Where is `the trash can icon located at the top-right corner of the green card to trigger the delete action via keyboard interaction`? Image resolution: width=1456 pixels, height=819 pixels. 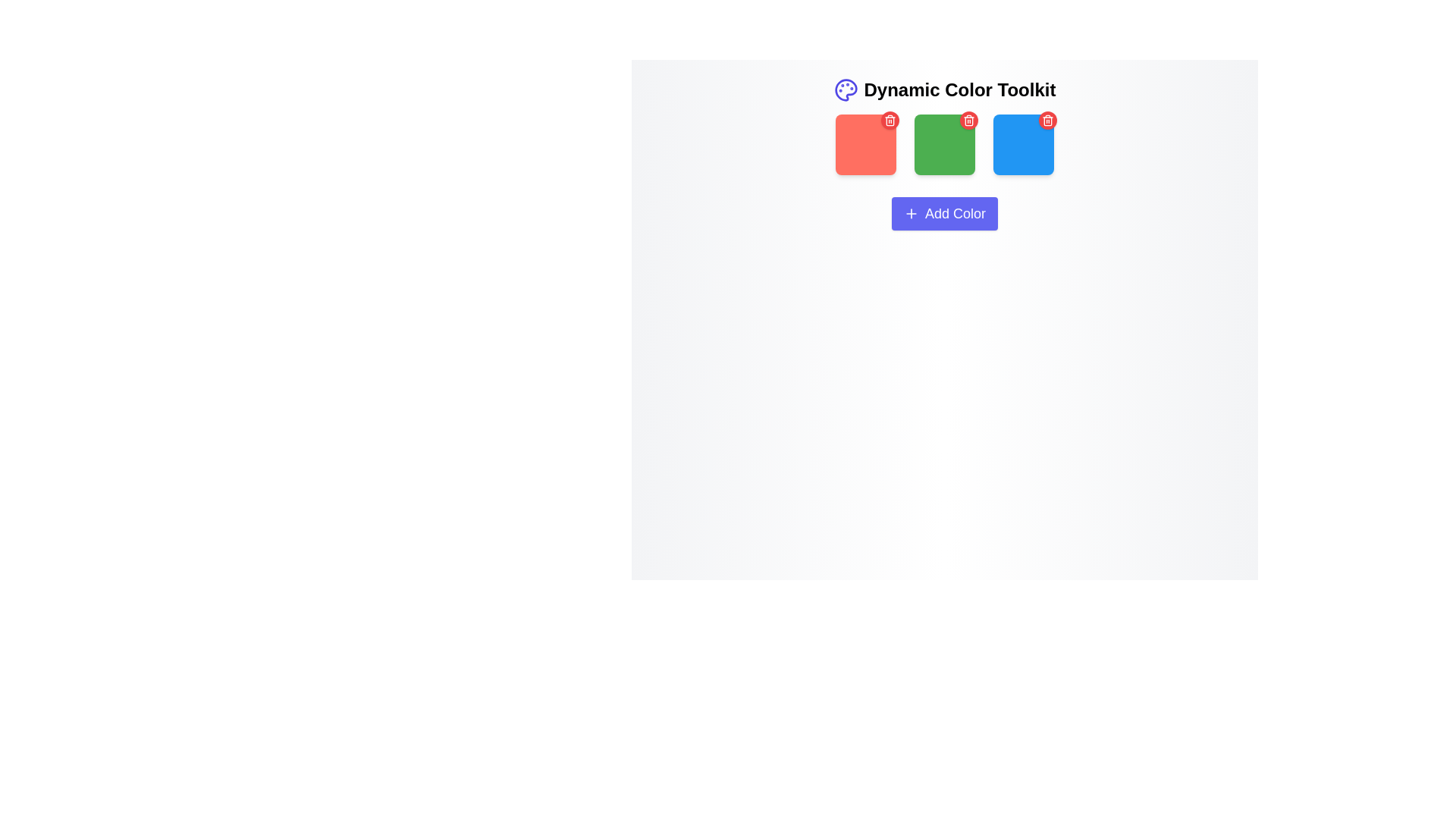
the trash can icon located at the top-right corner of the green card to trigger the delete action via keyboard interaction is located at coordinates (1047, 119).